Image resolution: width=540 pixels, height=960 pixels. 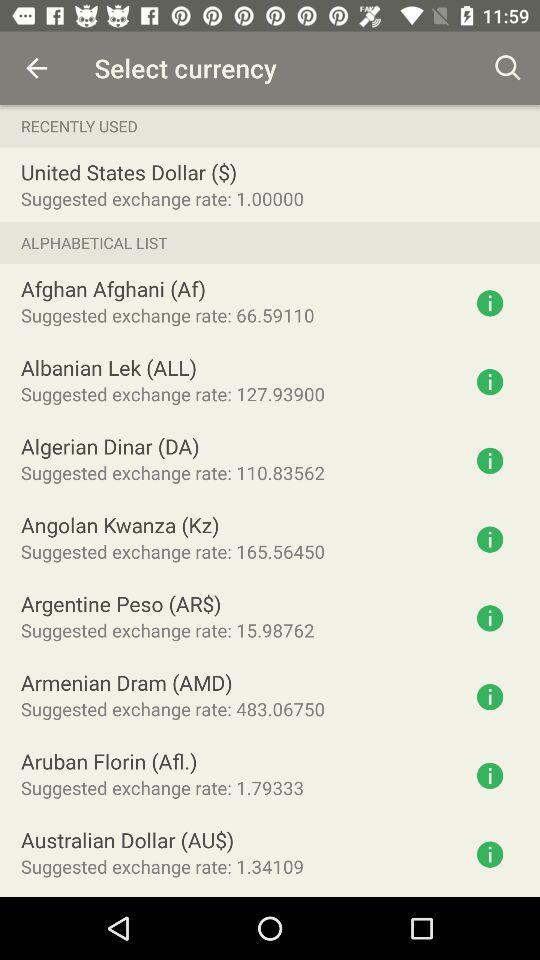 What do you see at coordinates (489, 303) in the screenshot?
I see `more information` at bounding box center [489, 303].